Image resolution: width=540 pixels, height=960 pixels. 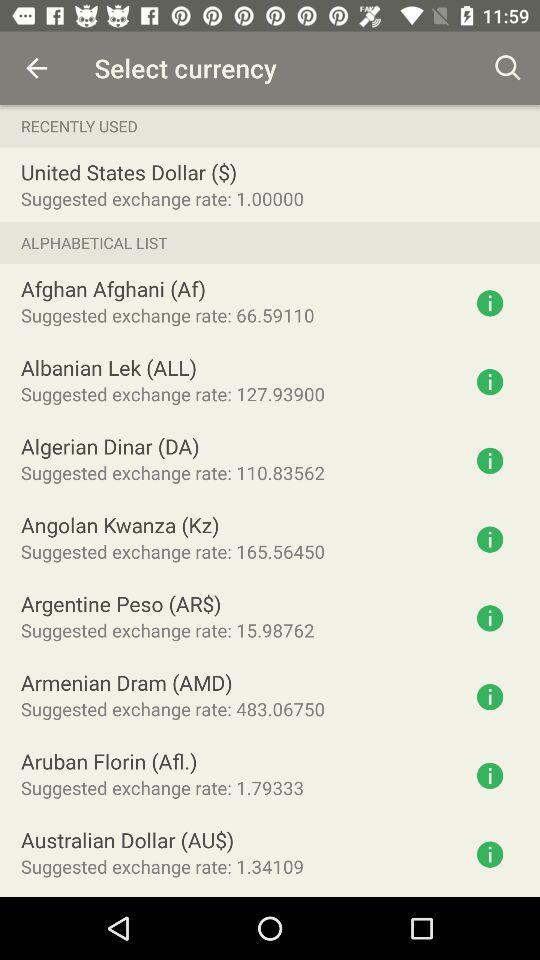 What do you see at coordinates (489, 303) in the screenshot?
I see `more information` at bounding box center [489, 303].